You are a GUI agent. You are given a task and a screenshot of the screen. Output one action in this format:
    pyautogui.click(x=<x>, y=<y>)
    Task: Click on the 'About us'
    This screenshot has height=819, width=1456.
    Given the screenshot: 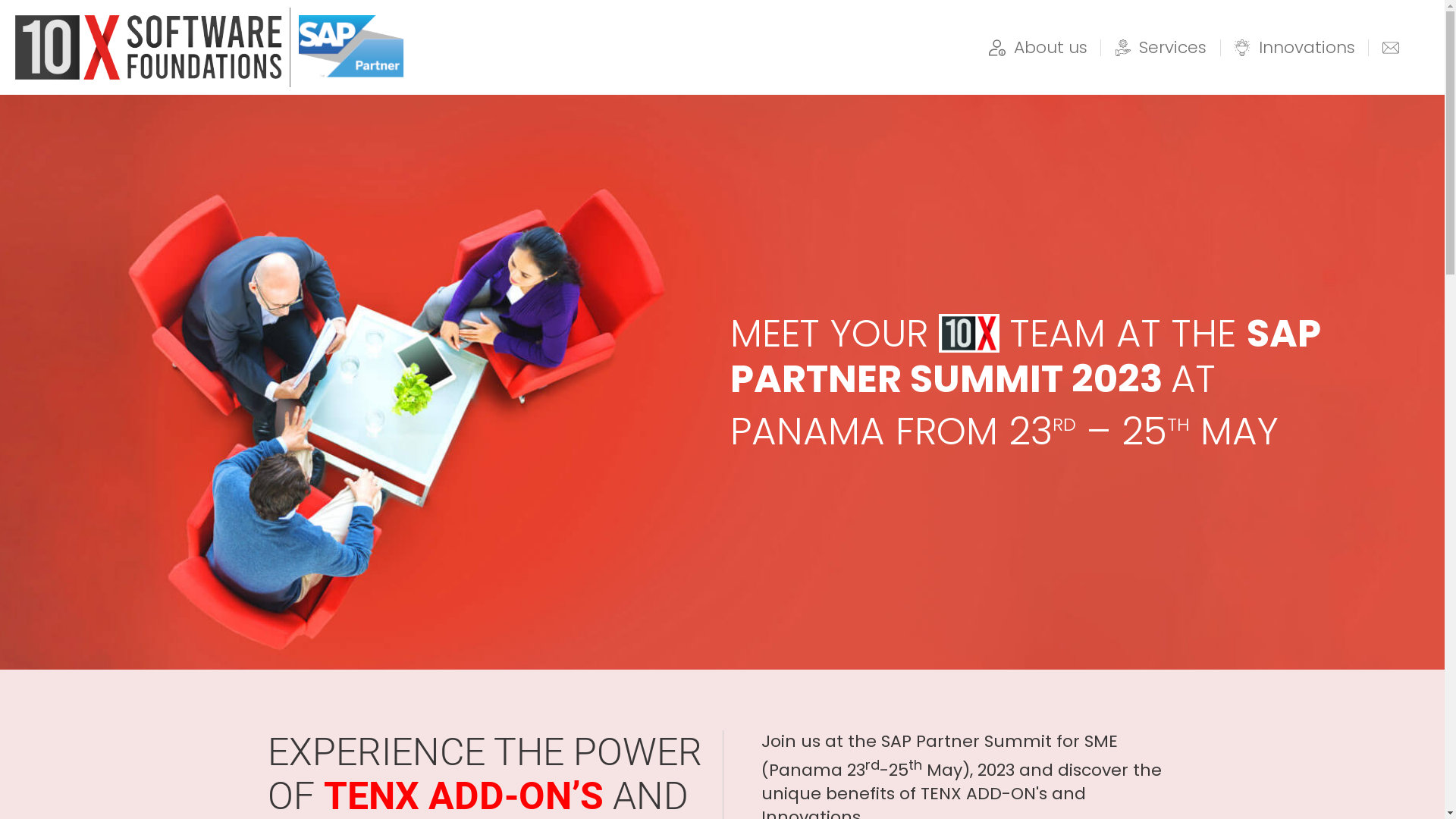 What is the action you would take?
    pyautogui.click(x=1037, y=46)
    